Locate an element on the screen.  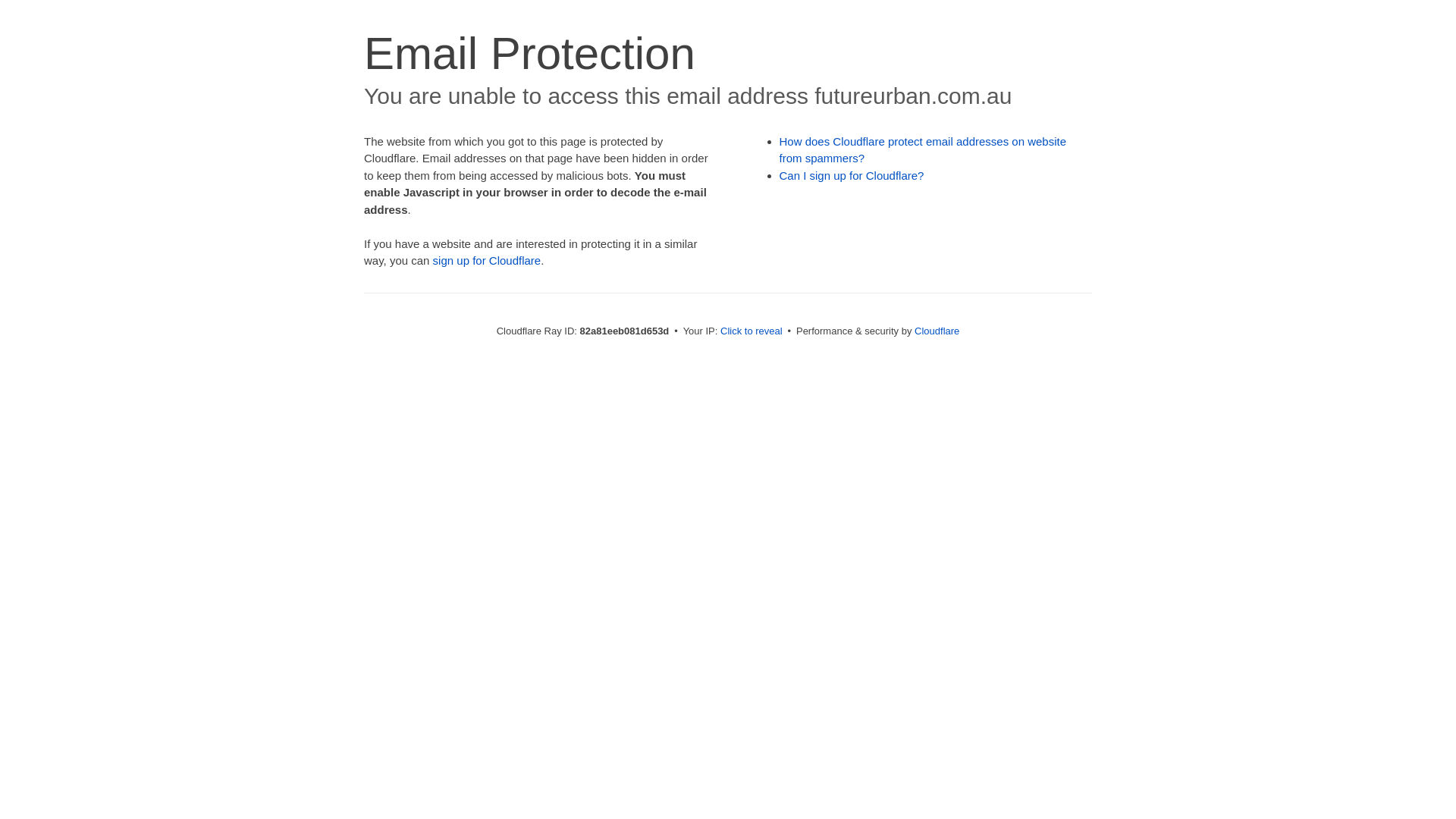
'Cloudflare' is located at coordinates (936, 330).